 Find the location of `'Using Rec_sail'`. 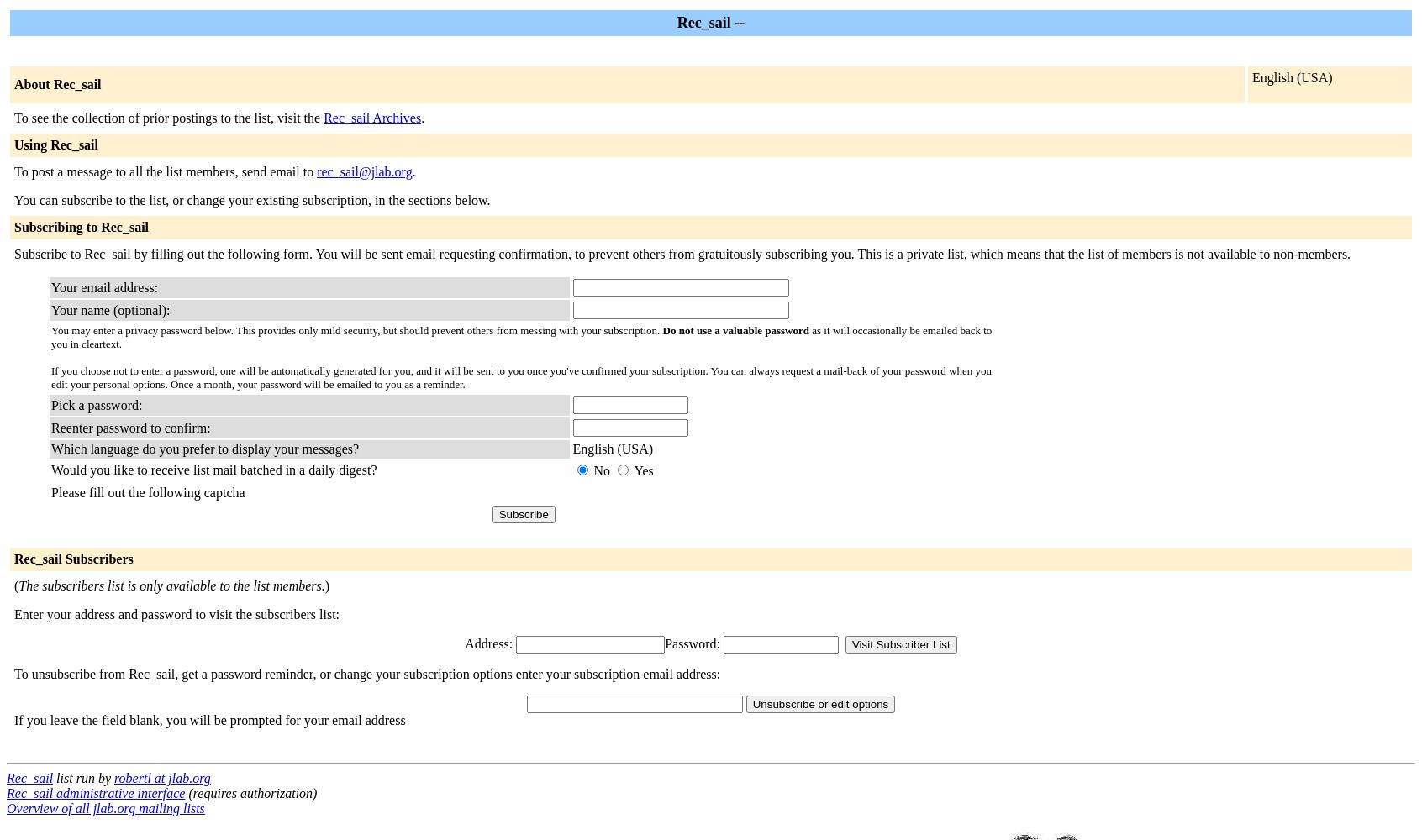

'Using Rec_sail' is located at coordinates (13, 144).